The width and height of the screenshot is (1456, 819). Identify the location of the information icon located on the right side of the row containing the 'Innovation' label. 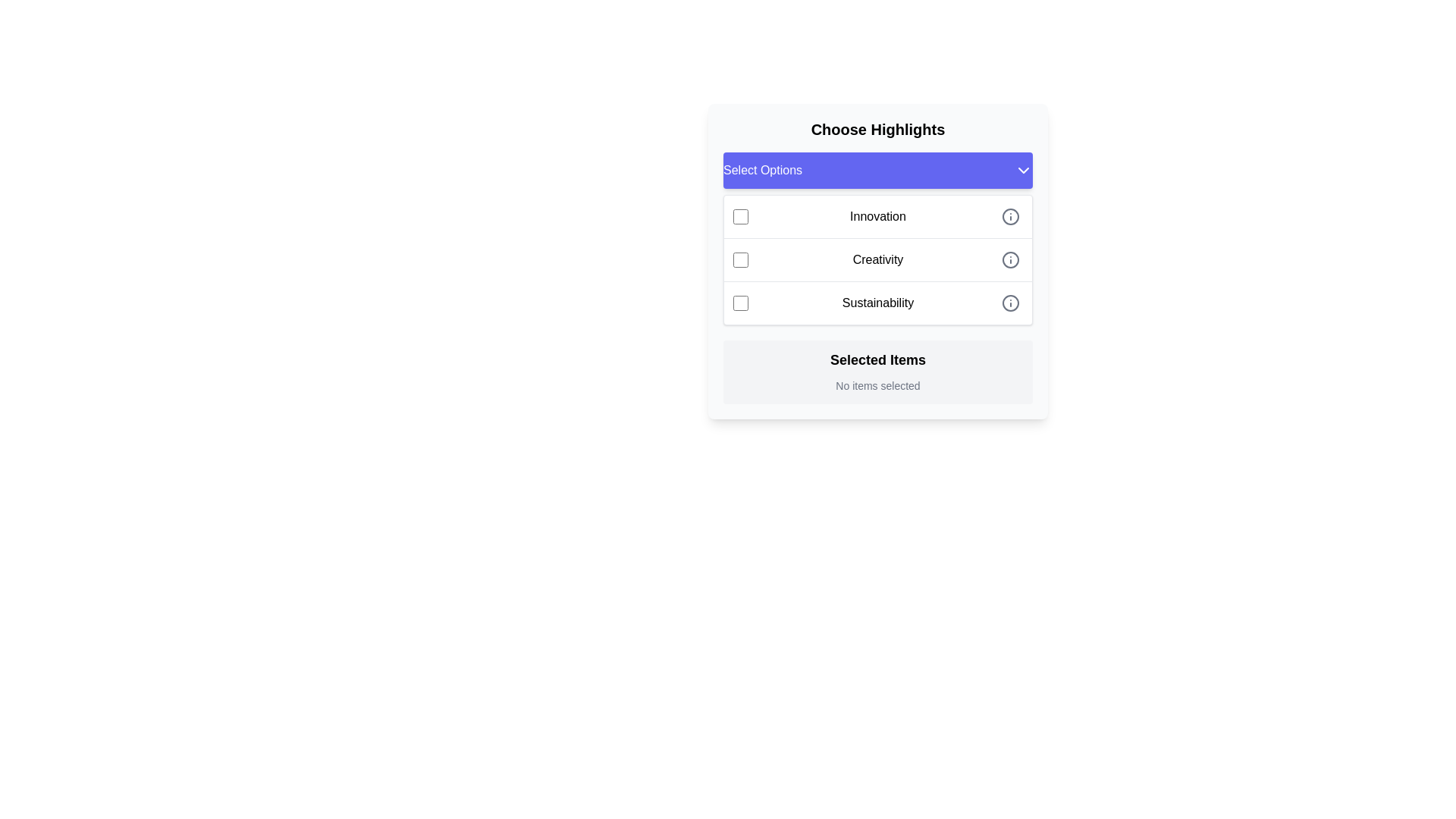
(1011, 216).